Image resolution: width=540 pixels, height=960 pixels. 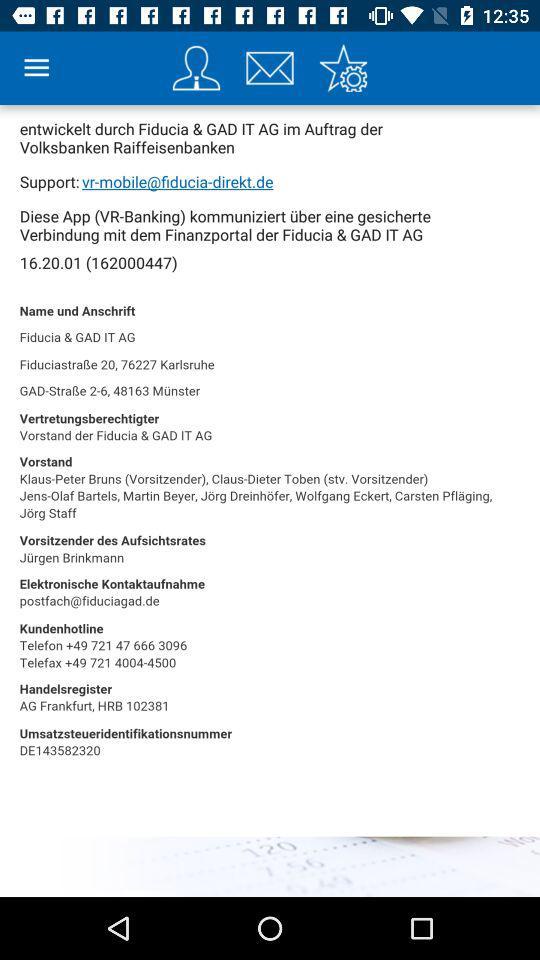 What do you see at coordinates (342, 68) in the screenshot?
I see `rating` at bounding box center [342, 68].